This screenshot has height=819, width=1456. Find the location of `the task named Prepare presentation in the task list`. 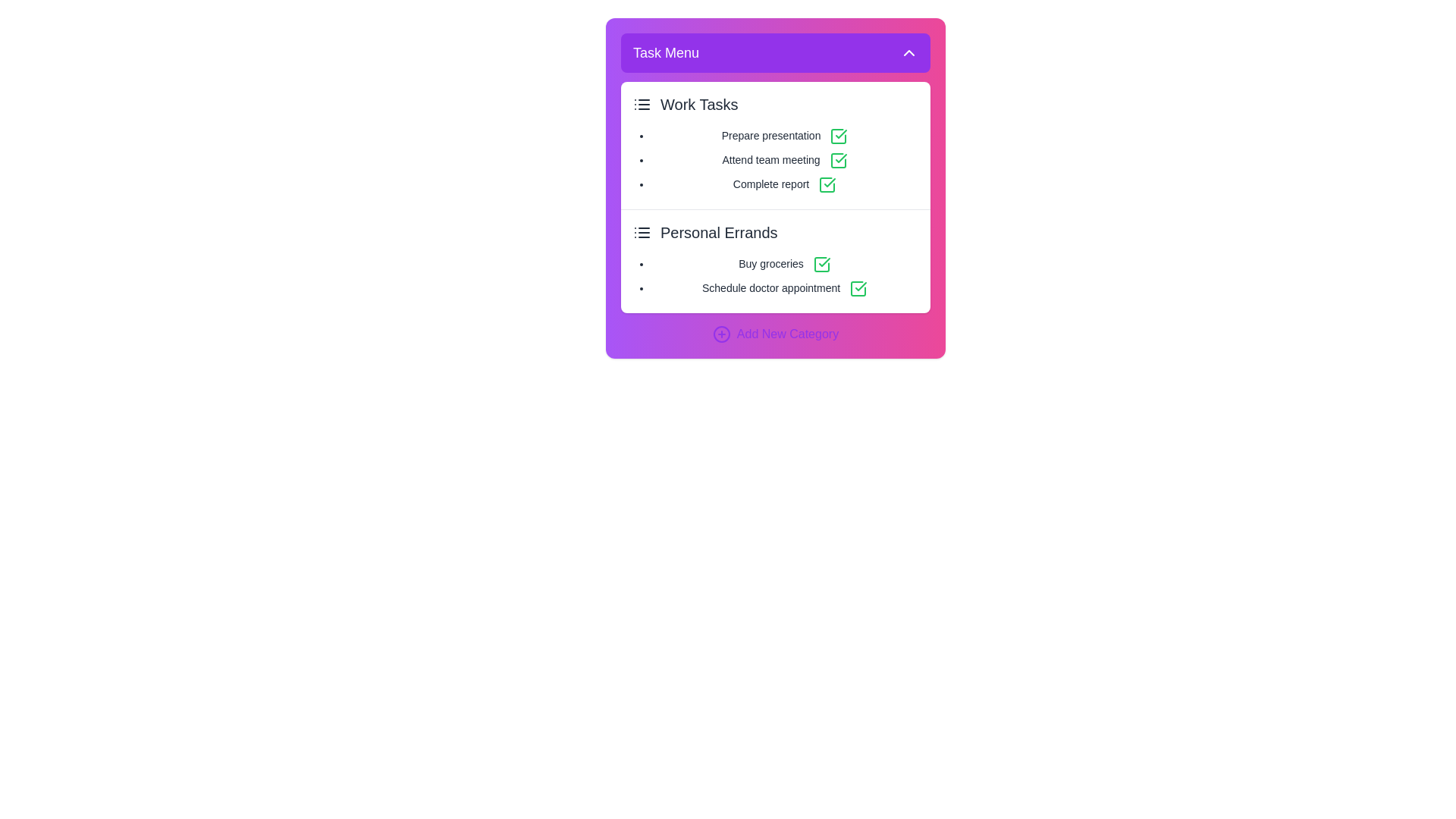

the task named Prepare presentation in the task list is located at coordinates (785, 136).